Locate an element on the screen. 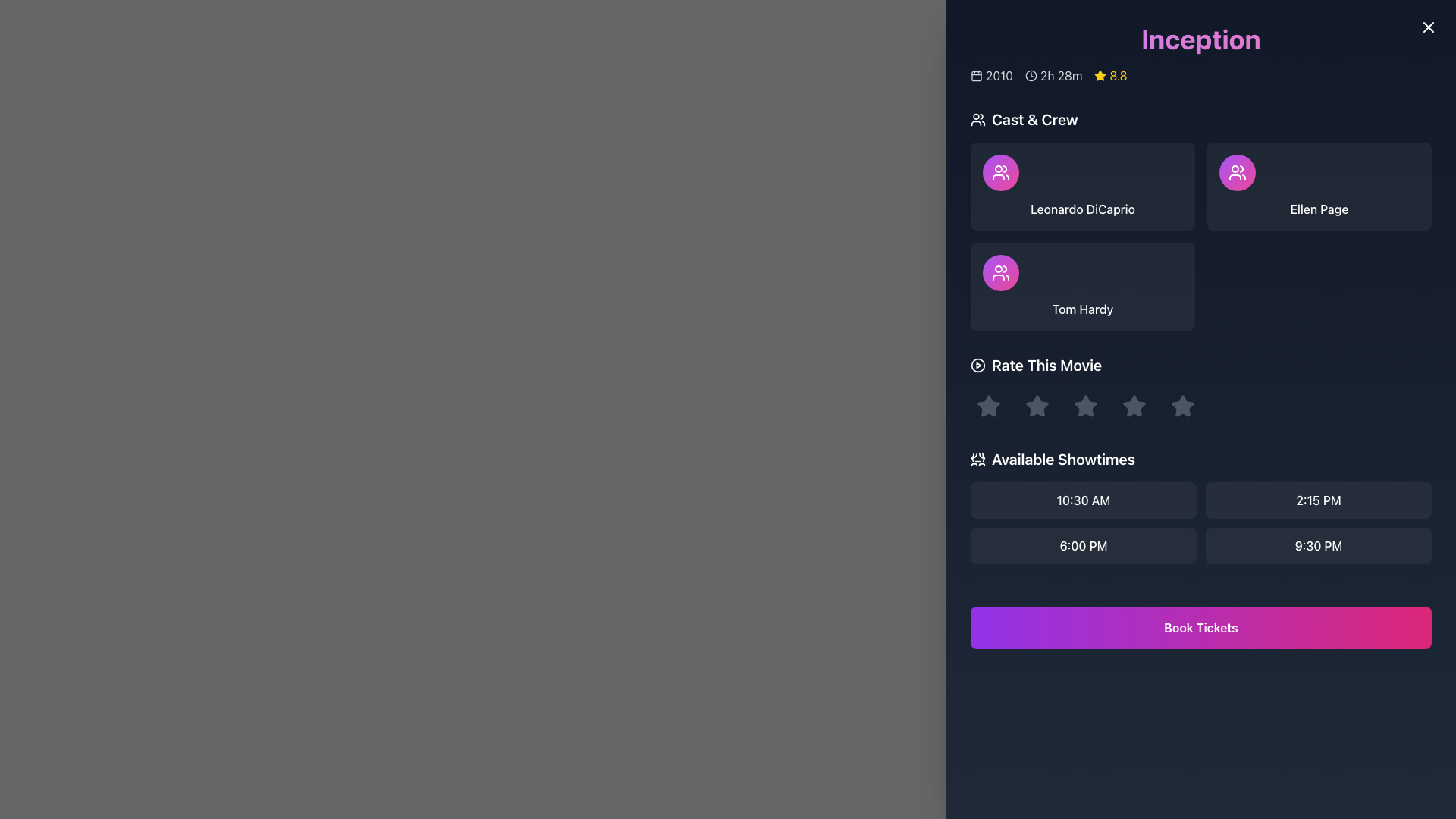 The height and width of the screenshot is (819, 1456). the star icon button located in the lower right section of the dialog interface to rate it is located at coordinates (1182, 406).